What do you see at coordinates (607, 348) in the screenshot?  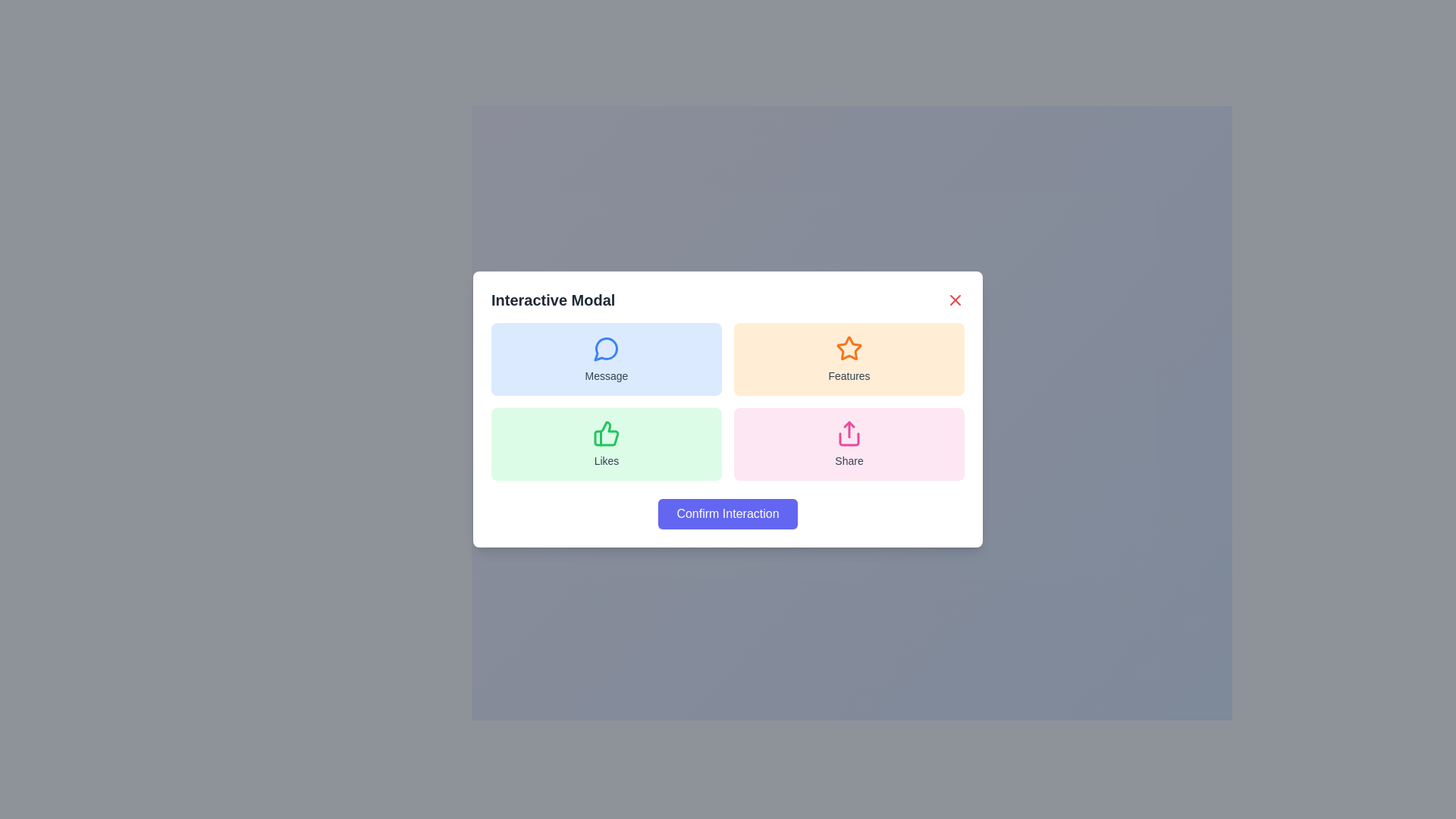 I see `the messaging icon located in the top-left corner of a blue rectangular card labeled 'Message', which is the first card in a 2x2 grid layout` at bounding box center [607, 348].